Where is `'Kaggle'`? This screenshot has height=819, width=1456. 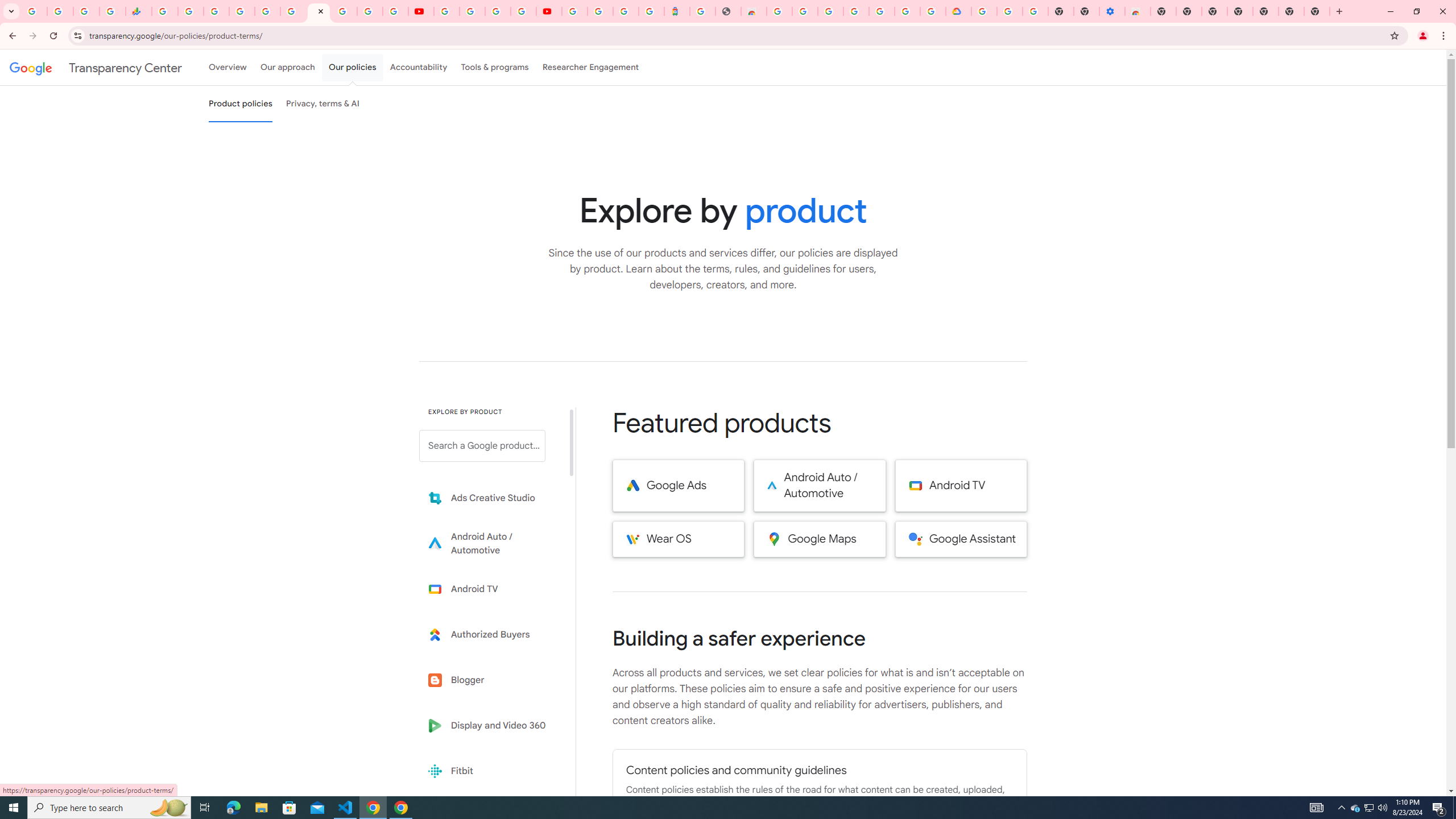 'Kaggle' is located at coordinates (490, 816).